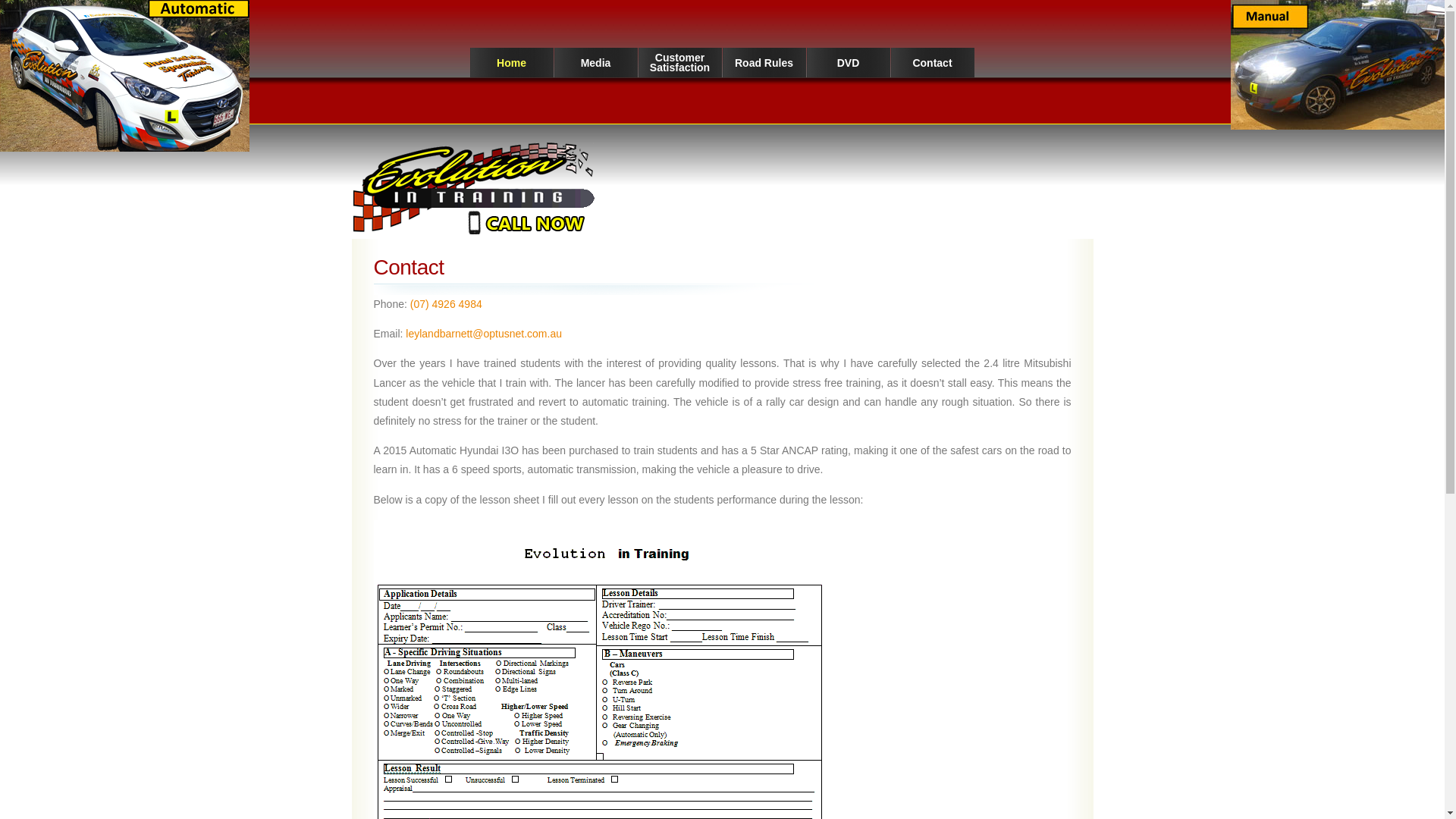 This screenshot has height=819, width=1456. I want to click on 'leylandbarnett@optusnet.com.au', so click(483, 332).